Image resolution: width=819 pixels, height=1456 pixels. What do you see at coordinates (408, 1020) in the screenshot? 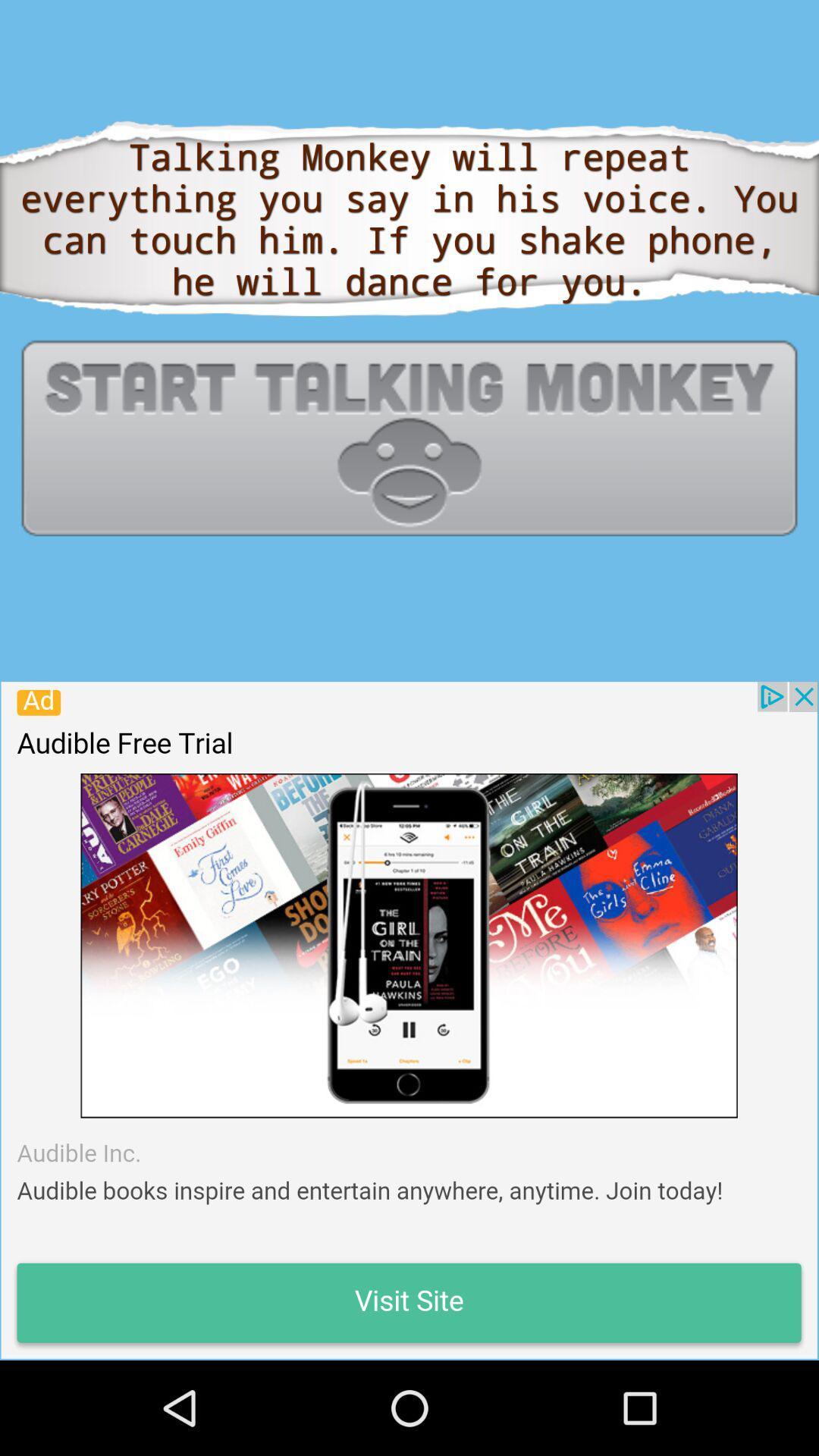
I see `advertisement page` at bounding box center [408, 1020].